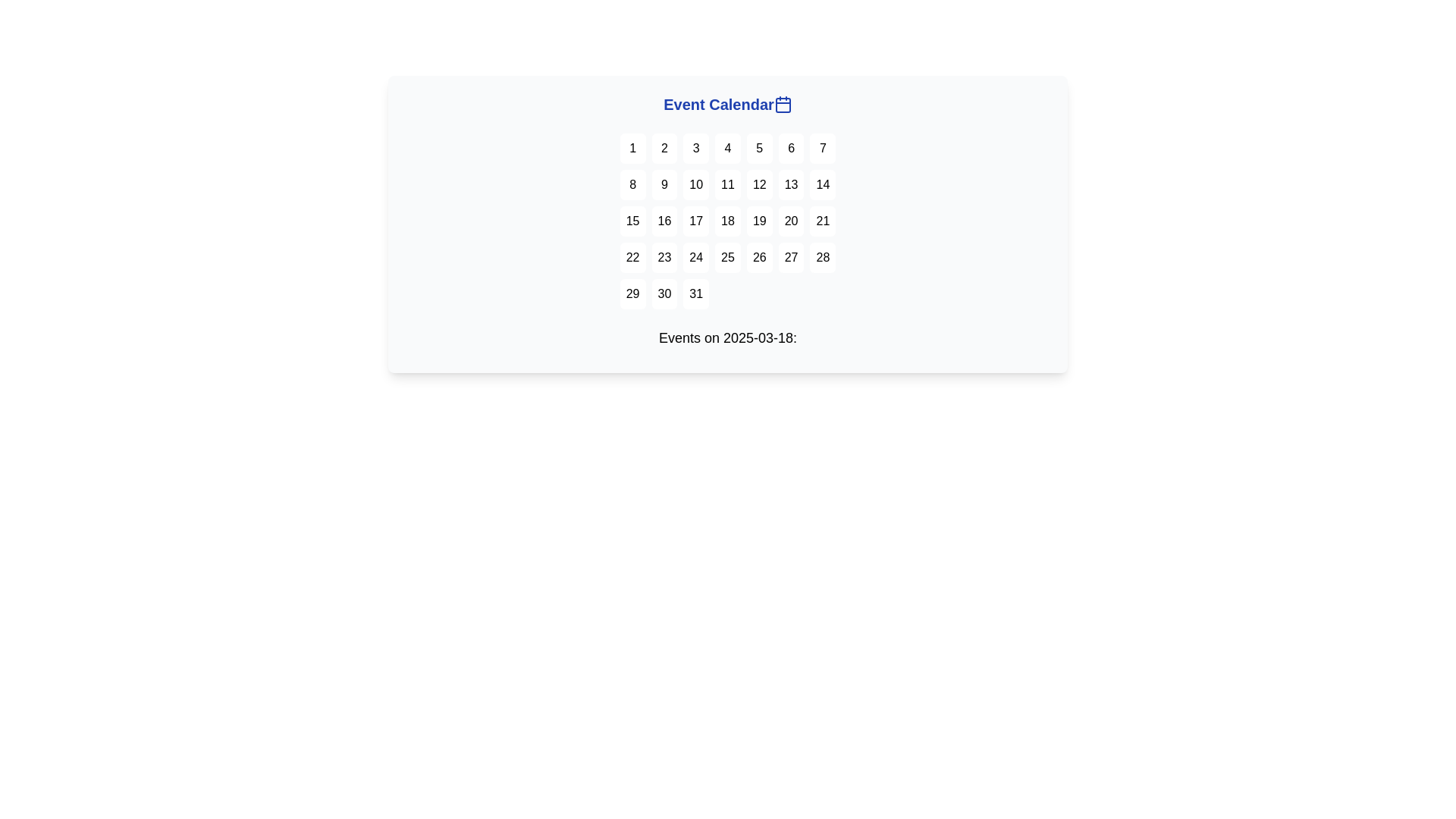 The image size is (1456, 819). What do you see at coordinates (759, 184) in the screenshot?
I see `the interactive button representing the number 12 in the calendar grid` at bounding box center [759, 184].